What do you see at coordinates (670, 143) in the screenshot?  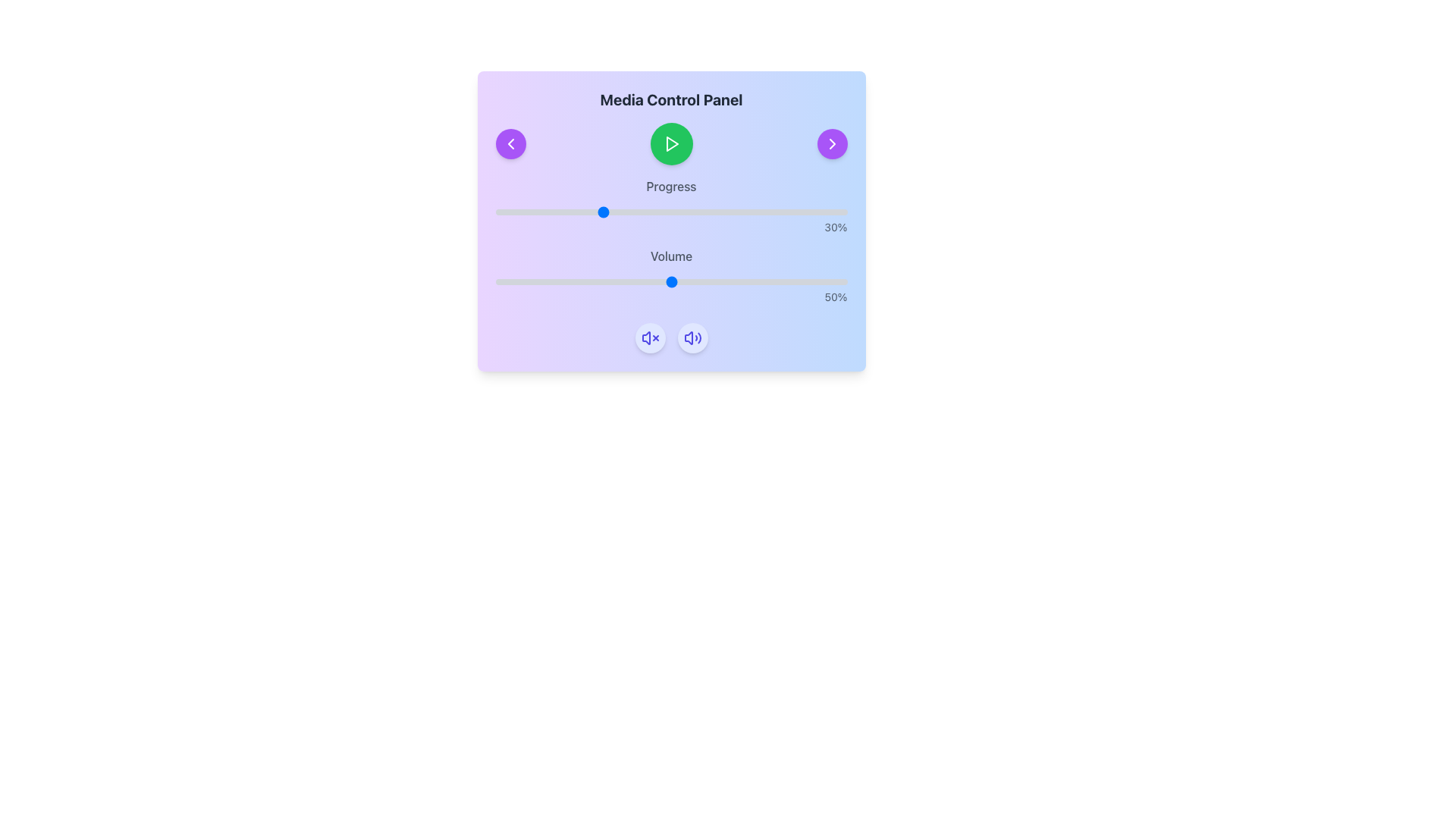 I see `the media playback button located at the center of three circular buttons beneath the 'Media Control Panel' header to trigger visual effects` at bounding box center [670, 143].